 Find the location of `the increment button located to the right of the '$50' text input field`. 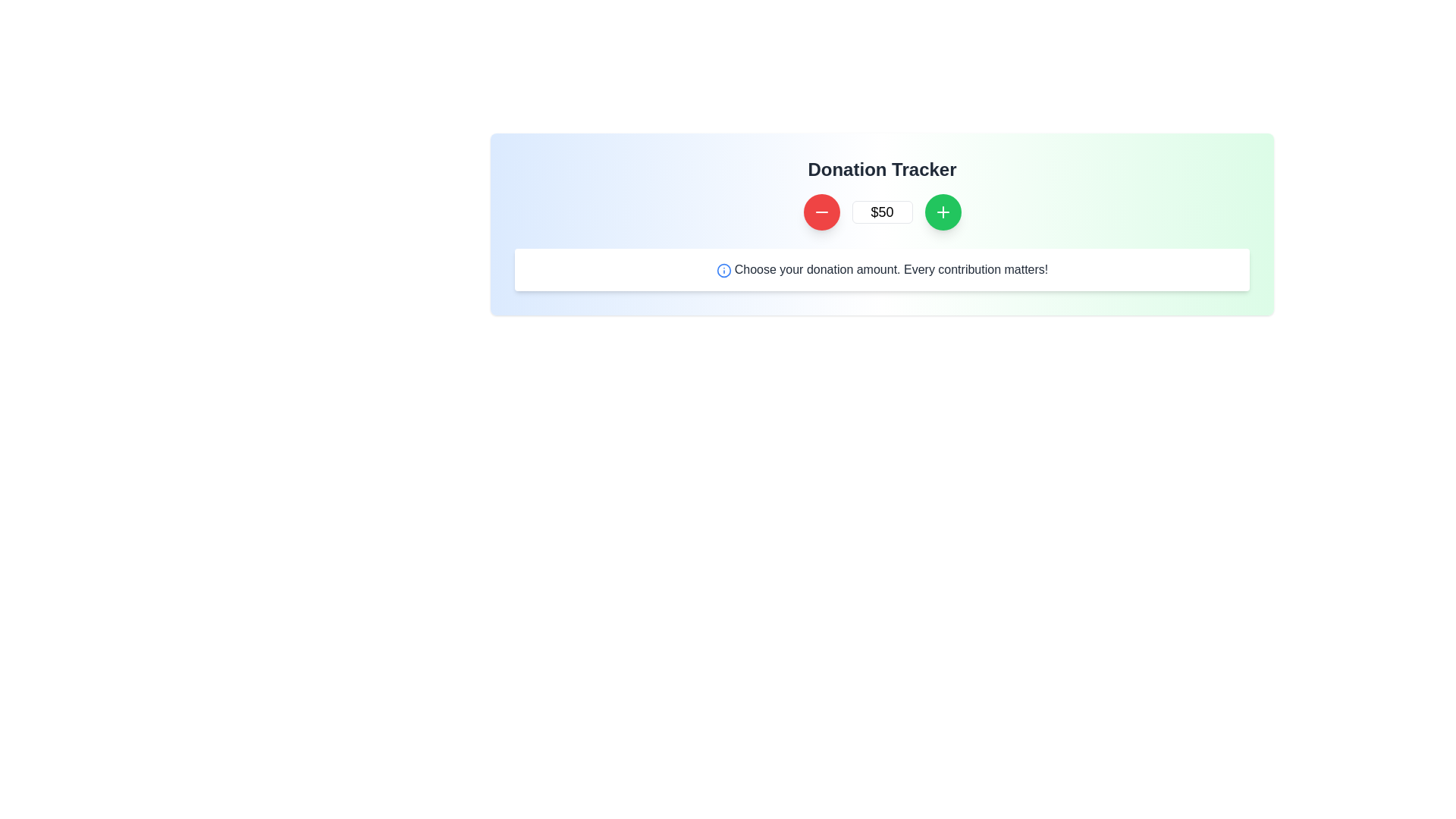

the increment button located to the right of the '$50' text input field is located at coordinates (942, 212).